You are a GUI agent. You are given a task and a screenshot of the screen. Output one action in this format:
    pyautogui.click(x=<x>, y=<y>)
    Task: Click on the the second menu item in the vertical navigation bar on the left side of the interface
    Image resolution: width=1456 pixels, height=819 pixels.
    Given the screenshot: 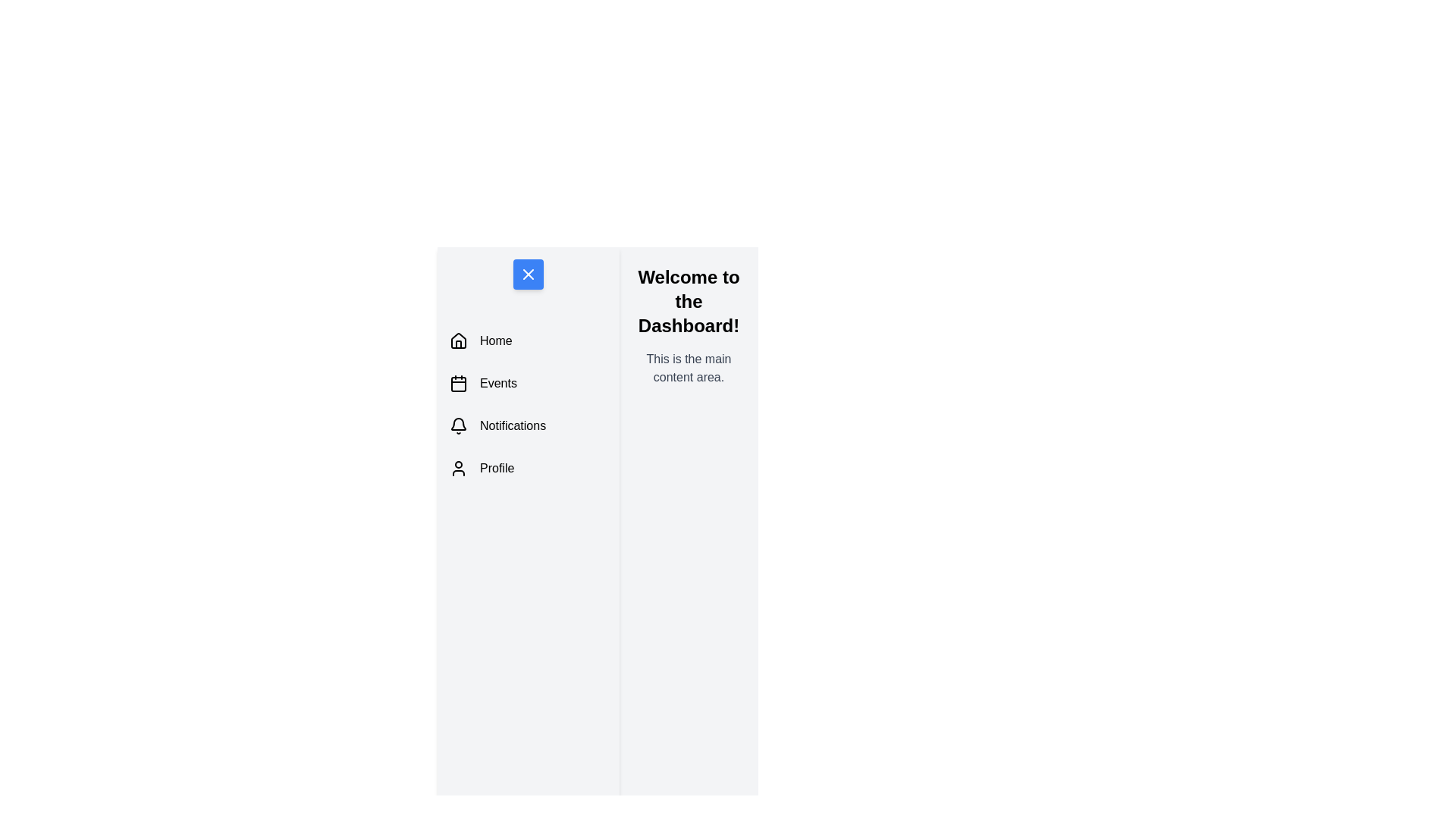 What is the action you would take?
    pyautogui.click(x=528, y=382)
    